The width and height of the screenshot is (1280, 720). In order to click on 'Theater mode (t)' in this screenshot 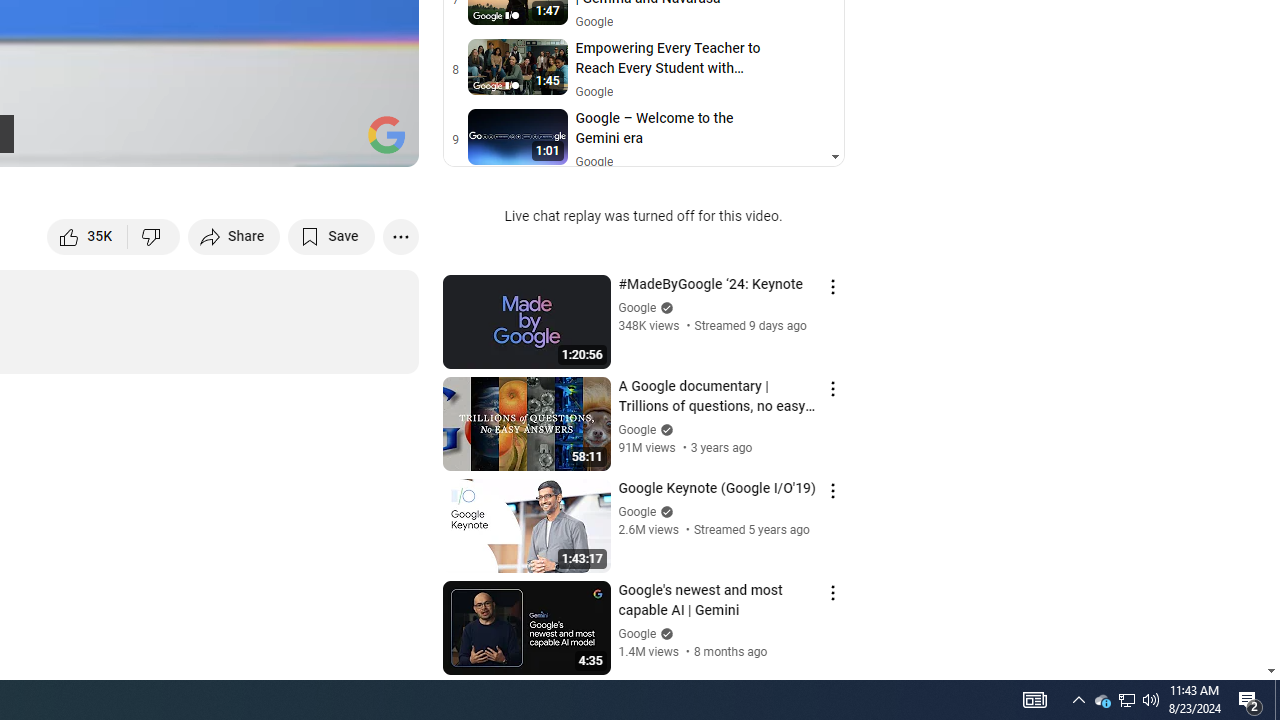, I will do `click(334, 141)`.